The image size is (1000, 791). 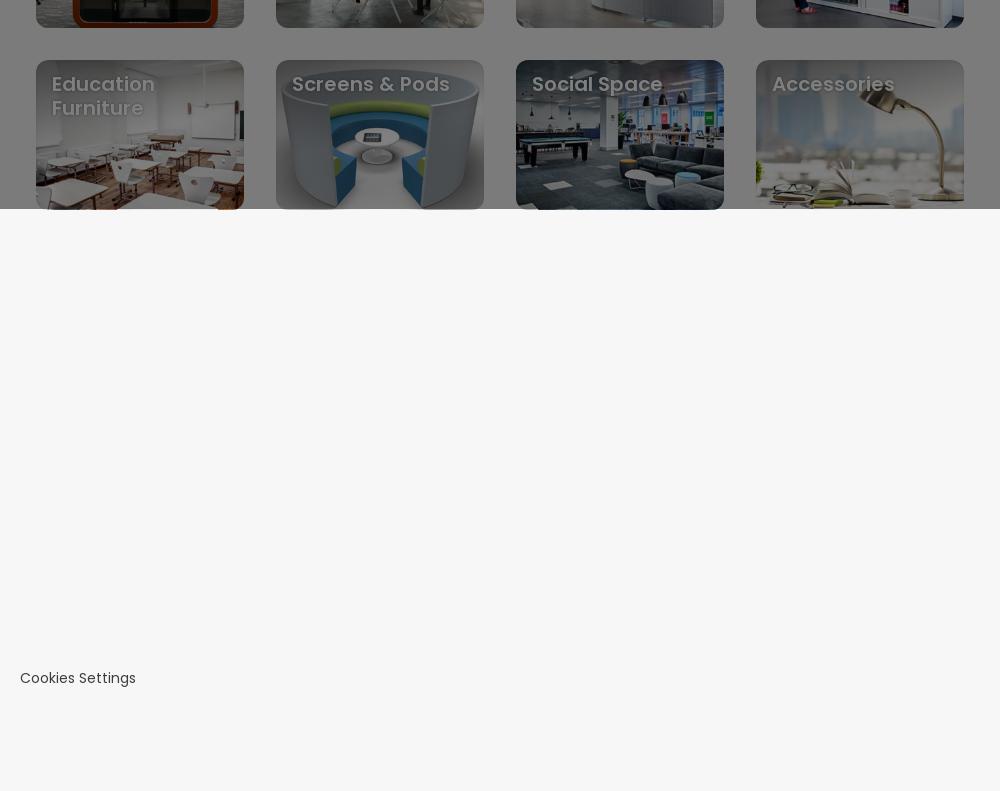 What do you see at coordinates (103, 442) in the screenshot?
I see `'Homepage'` at bounding box center [103, 442].